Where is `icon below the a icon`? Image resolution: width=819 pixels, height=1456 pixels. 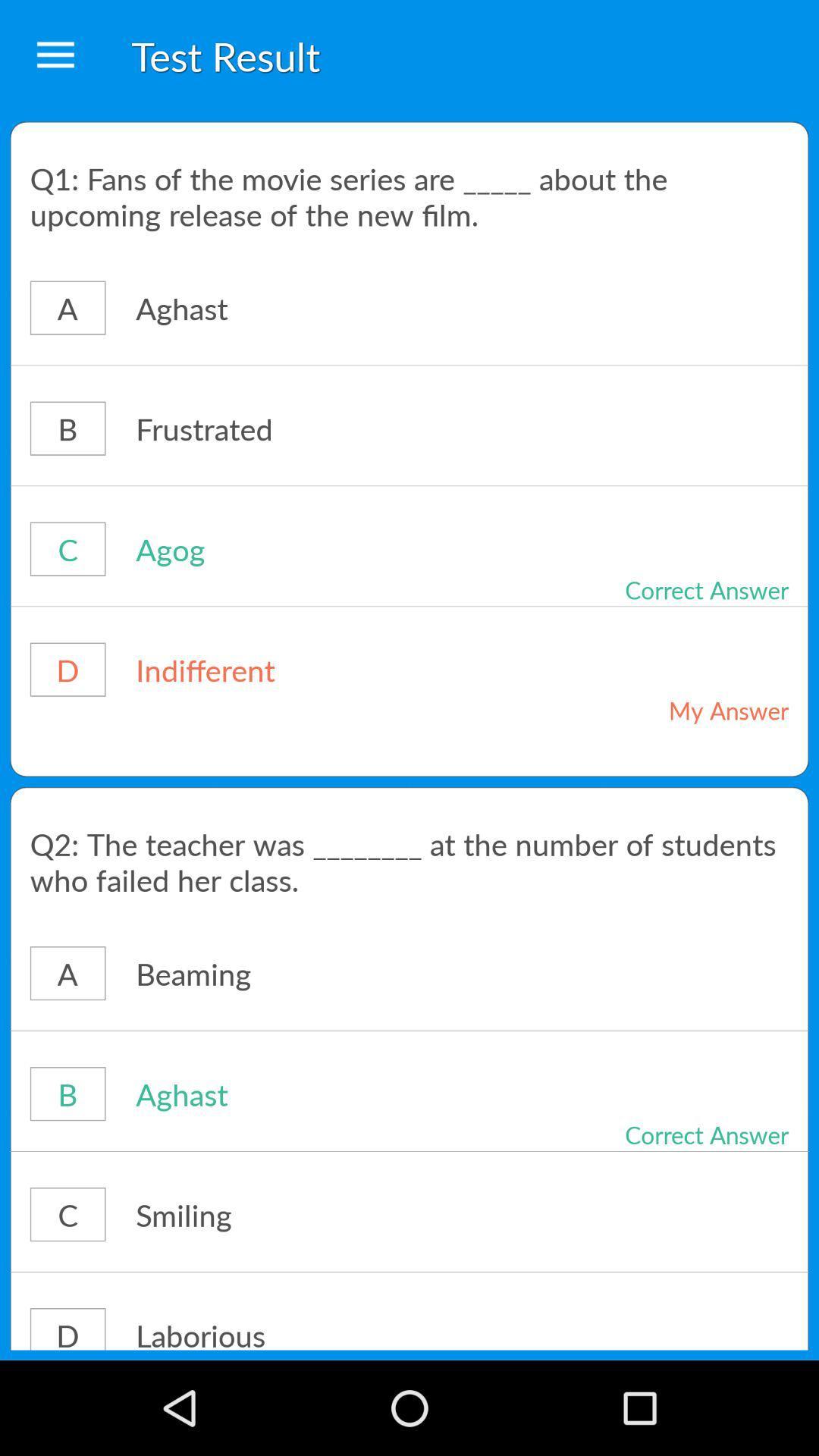 icon below the a icon is located at coordinates (409, 365).